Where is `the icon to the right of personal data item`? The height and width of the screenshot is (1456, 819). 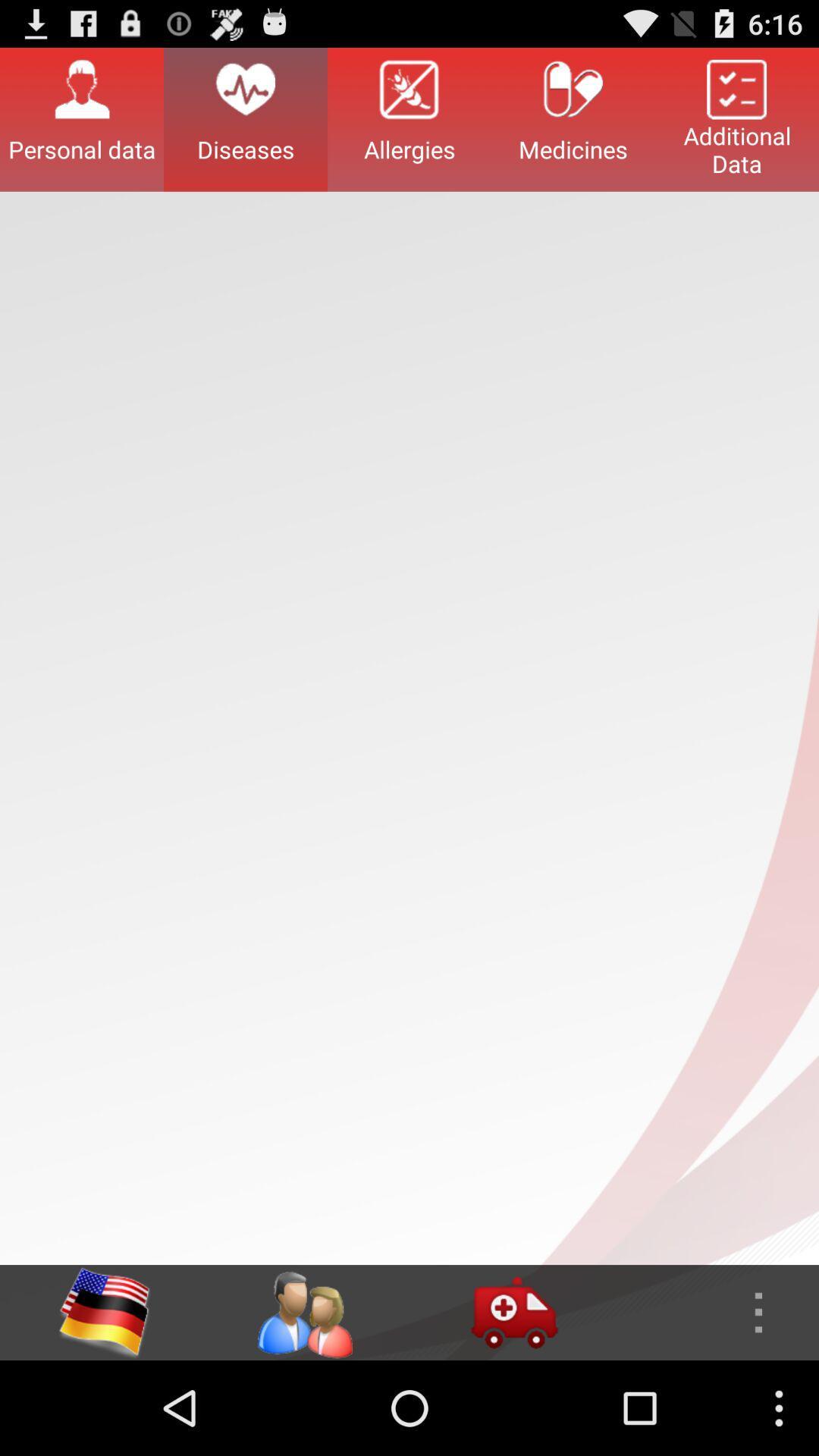 the icon to the right of personal data item is located at coordinates (245, 118).